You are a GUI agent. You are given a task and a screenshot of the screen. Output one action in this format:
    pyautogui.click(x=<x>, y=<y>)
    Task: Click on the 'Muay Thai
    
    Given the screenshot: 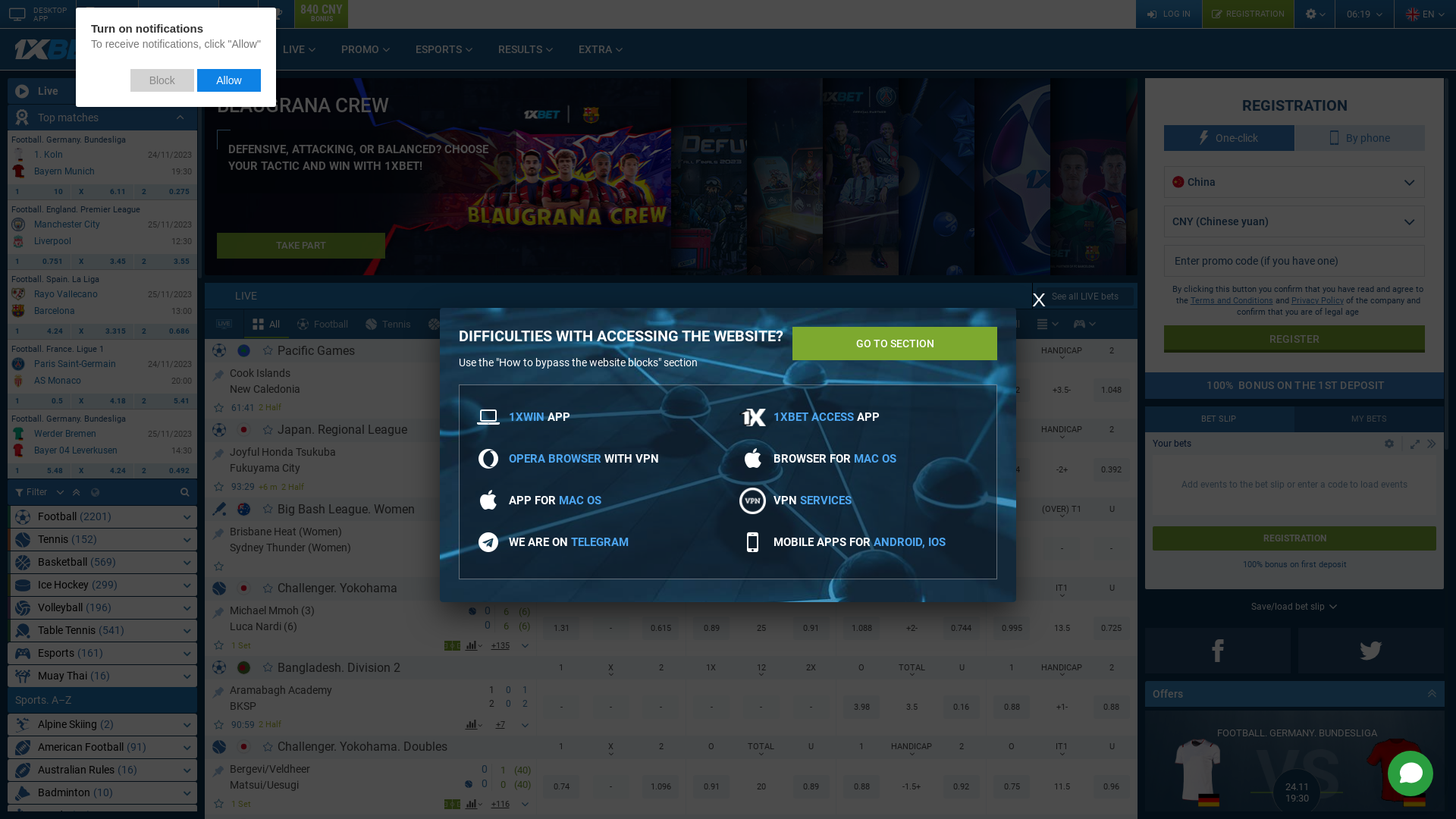 What is the action you would take?
    pyautogui.click(x=101, y=675)
    